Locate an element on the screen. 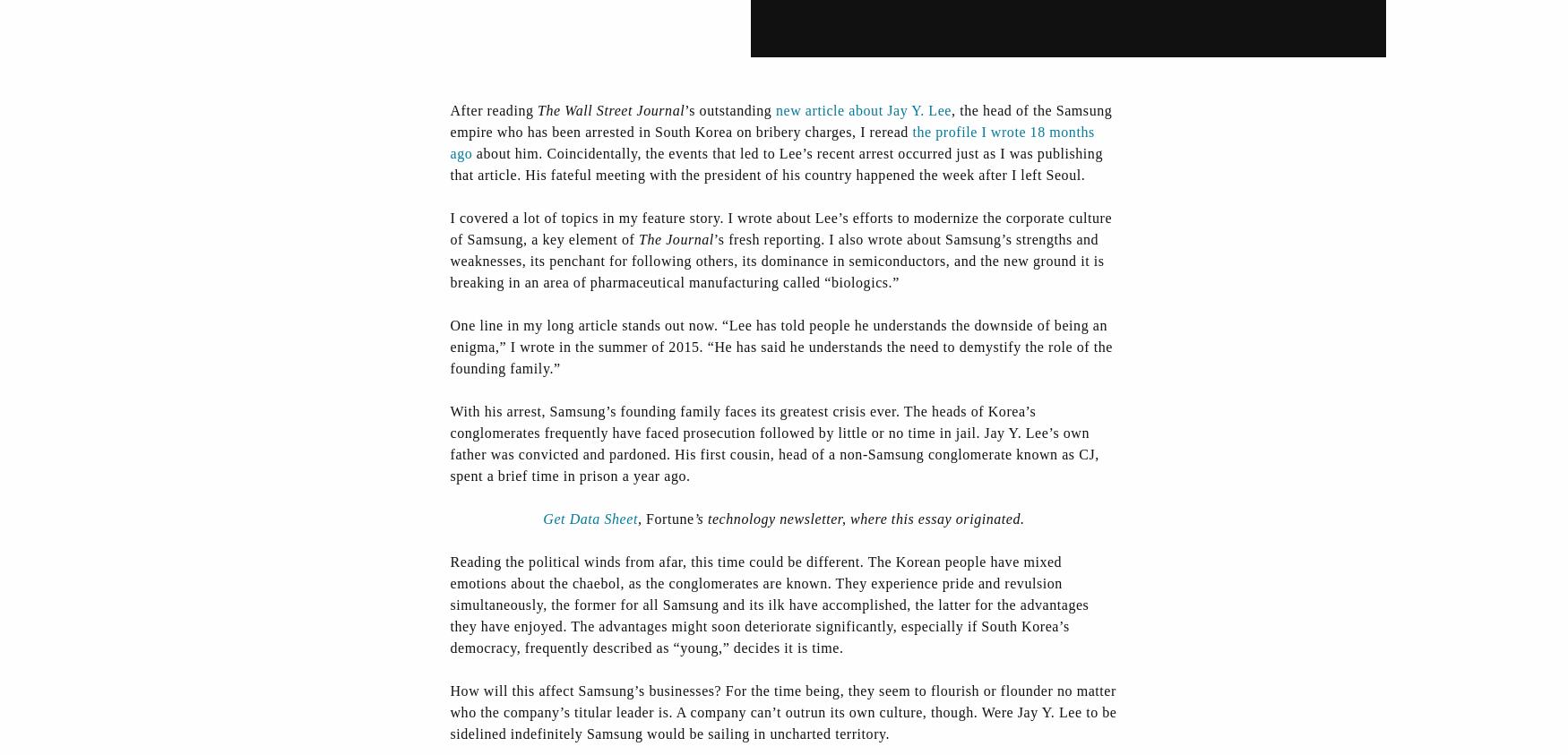  'With his arrest, Samsung’s founding family faces its greatest crisis ever. The heads of Korea’s conglomerates frequently have faced prosecution followed by little or no time in jail. Jay Y. Lee’s own father was convicted and pardoned. His first cousin, head of a non-Samsung conglomerate known as CJ, spent a brief time in prison a year ago.' is located at coordinates (773, 443).